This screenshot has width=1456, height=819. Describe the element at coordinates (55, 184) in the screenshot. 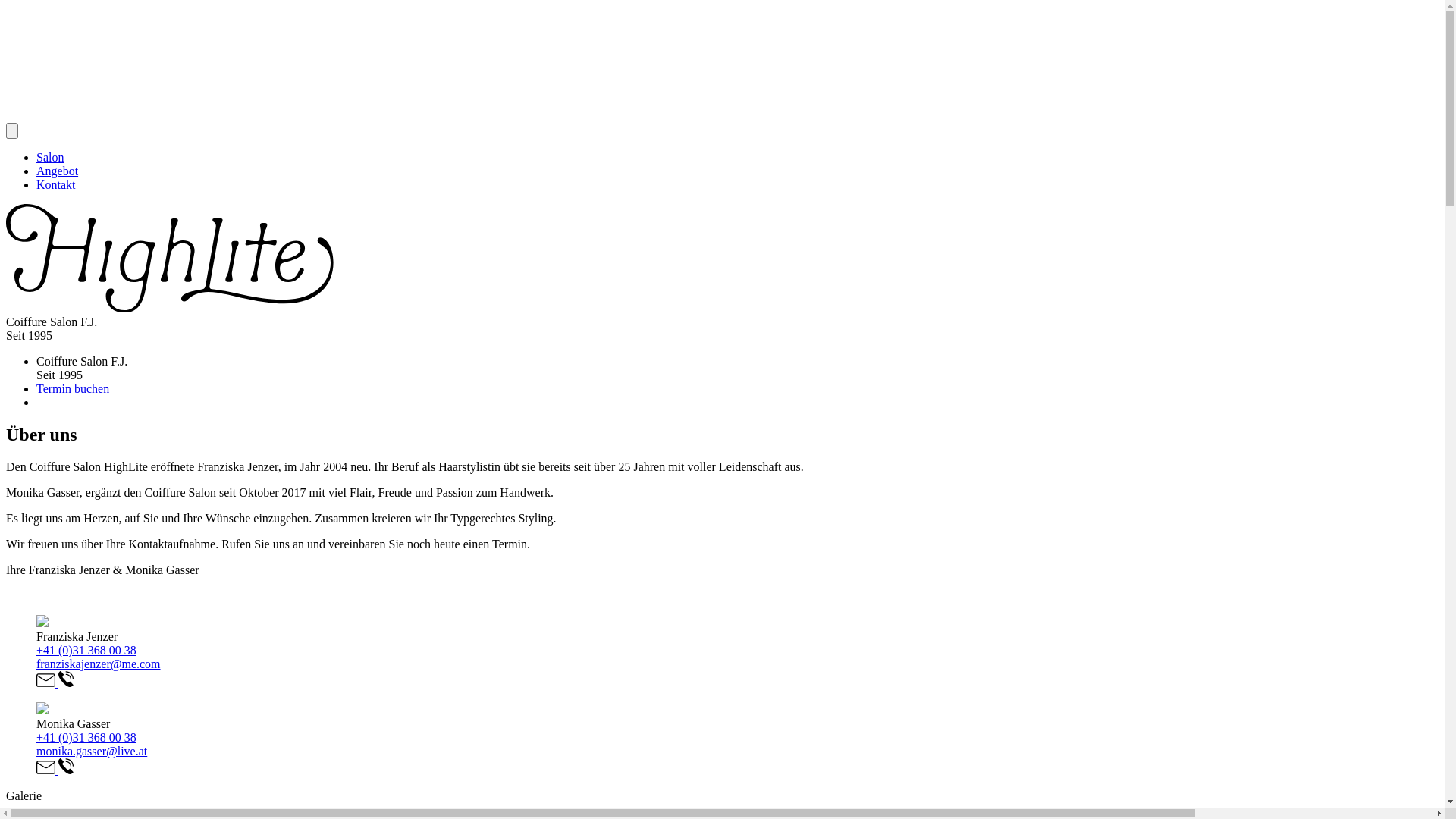

I see `'Kontakt'` at that location.